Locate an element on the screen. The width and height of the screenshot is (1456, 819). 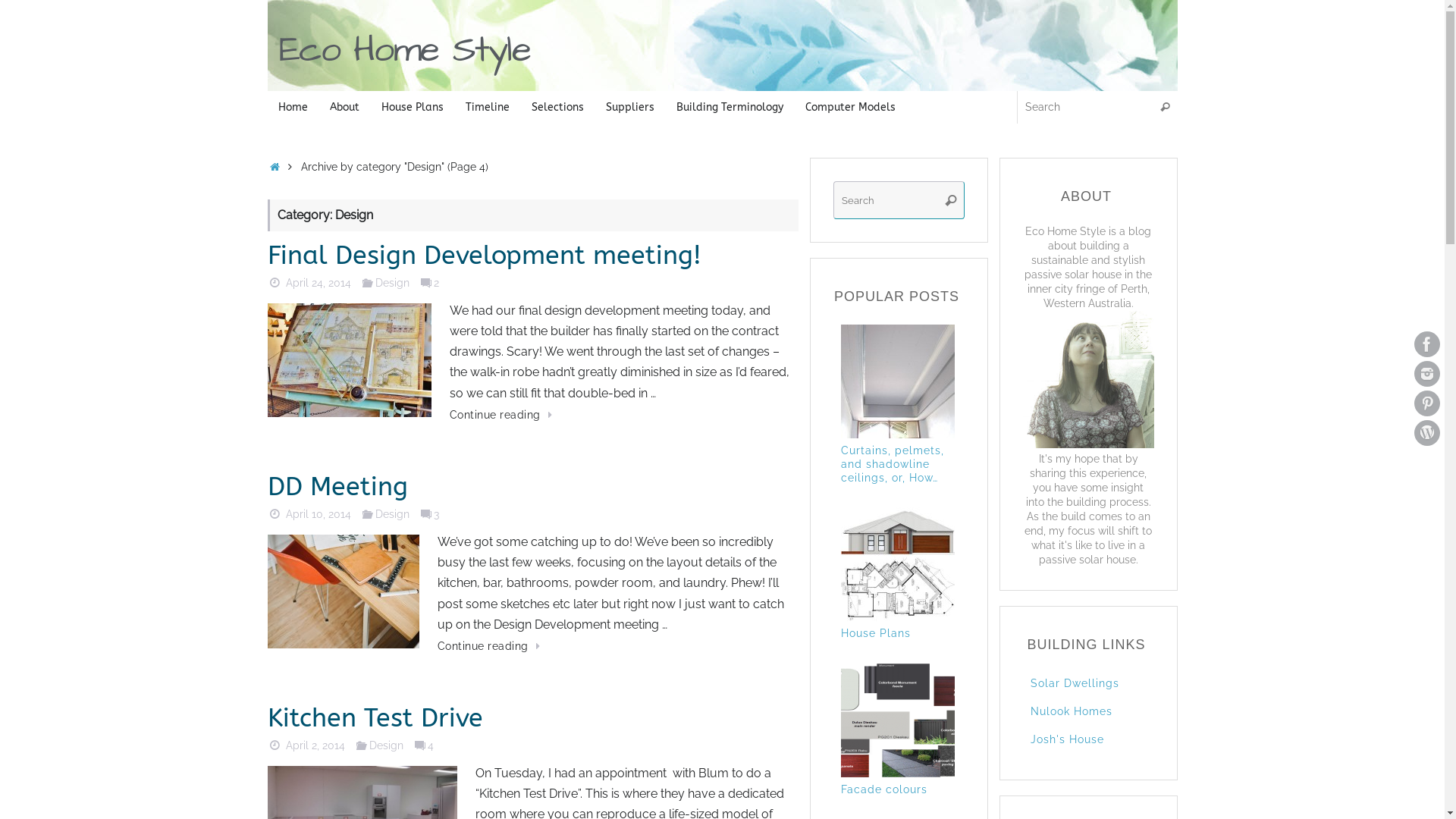
'Facebook' is located at coordinates (1426, 344).